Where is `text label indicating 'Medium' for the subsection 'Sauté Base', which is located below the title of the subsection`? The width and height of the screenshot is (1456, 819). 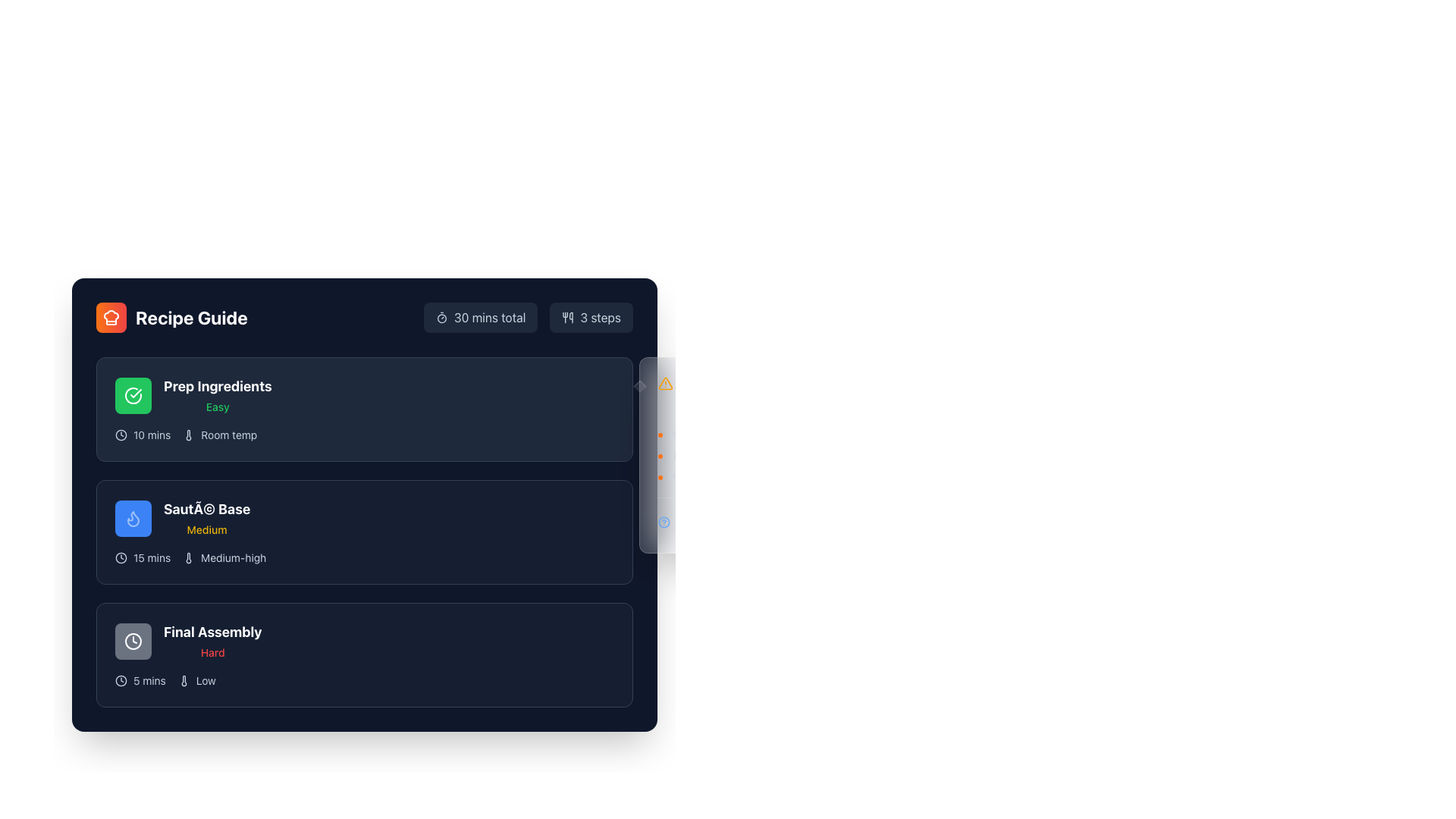 text label indicating 'Medium' for the subsection 'Sauté Base', which is located below the title of the subsection is located at coordinates (206, 529).